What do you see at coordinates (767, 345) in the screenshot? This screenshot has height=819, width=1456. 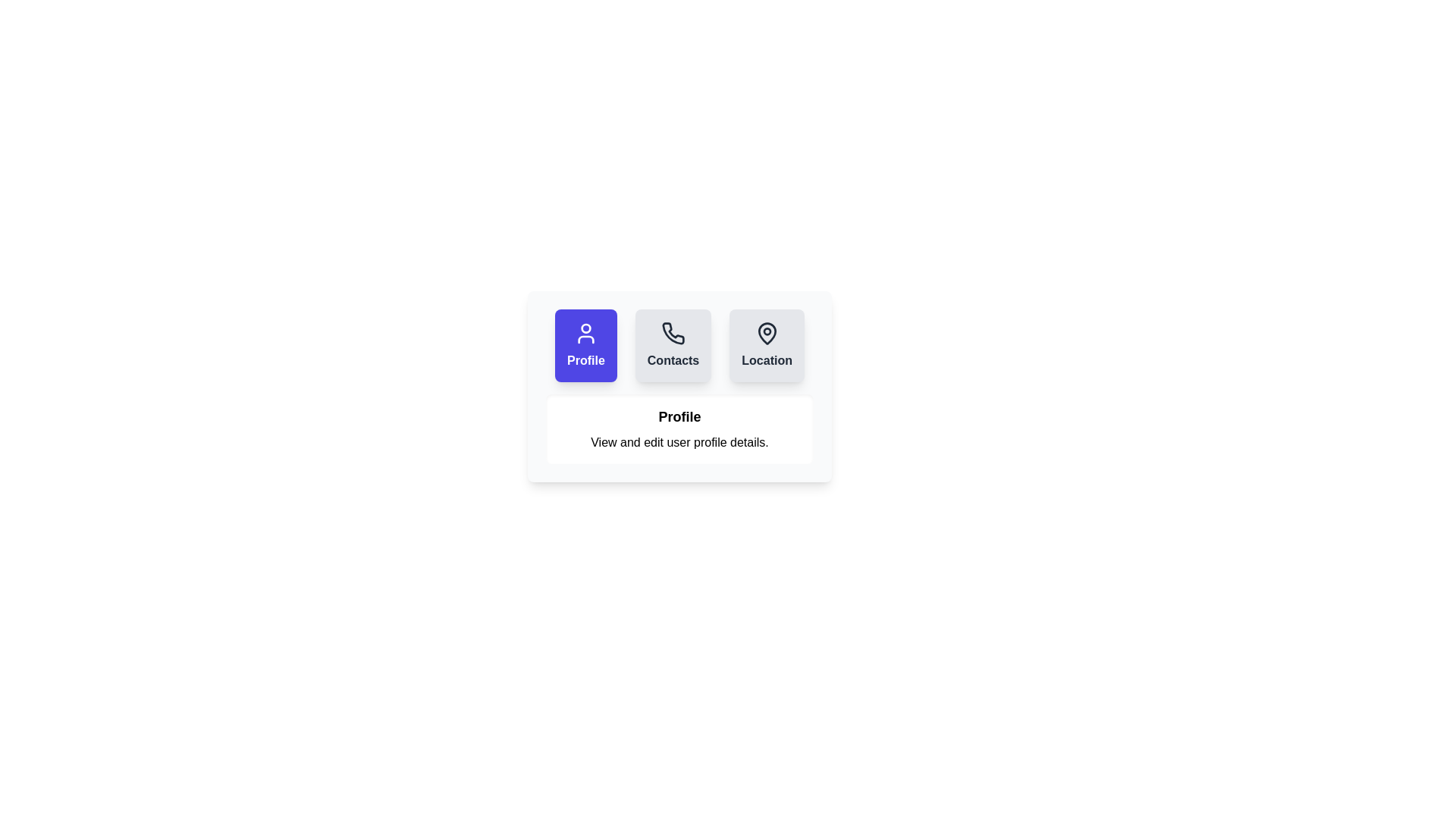 I see `the Location tab by clicking its button` at bounding box center [767, 345].